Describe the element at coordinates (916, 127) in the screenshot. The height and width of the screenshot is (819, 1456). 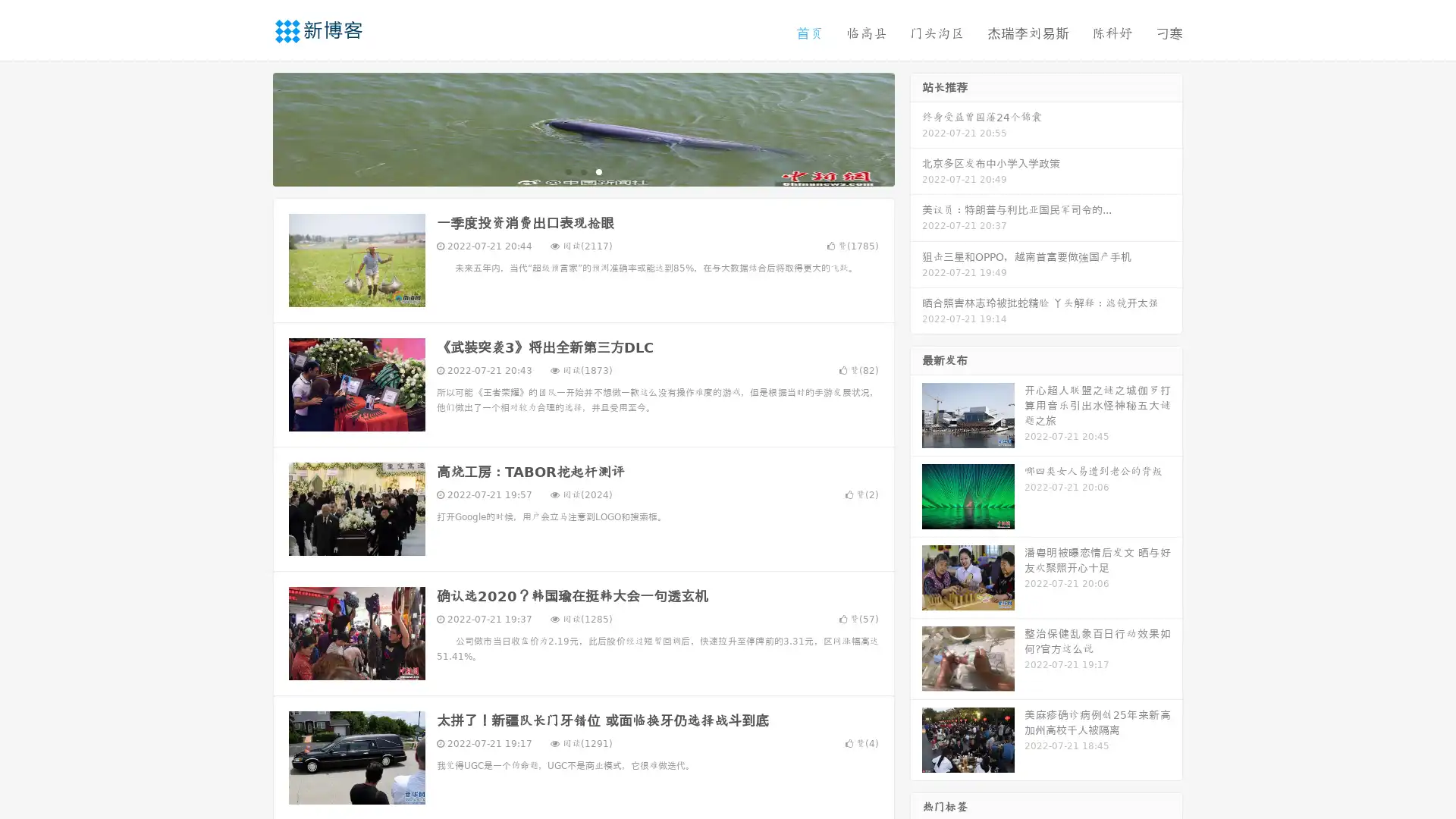
I see `Next slide` at that location.